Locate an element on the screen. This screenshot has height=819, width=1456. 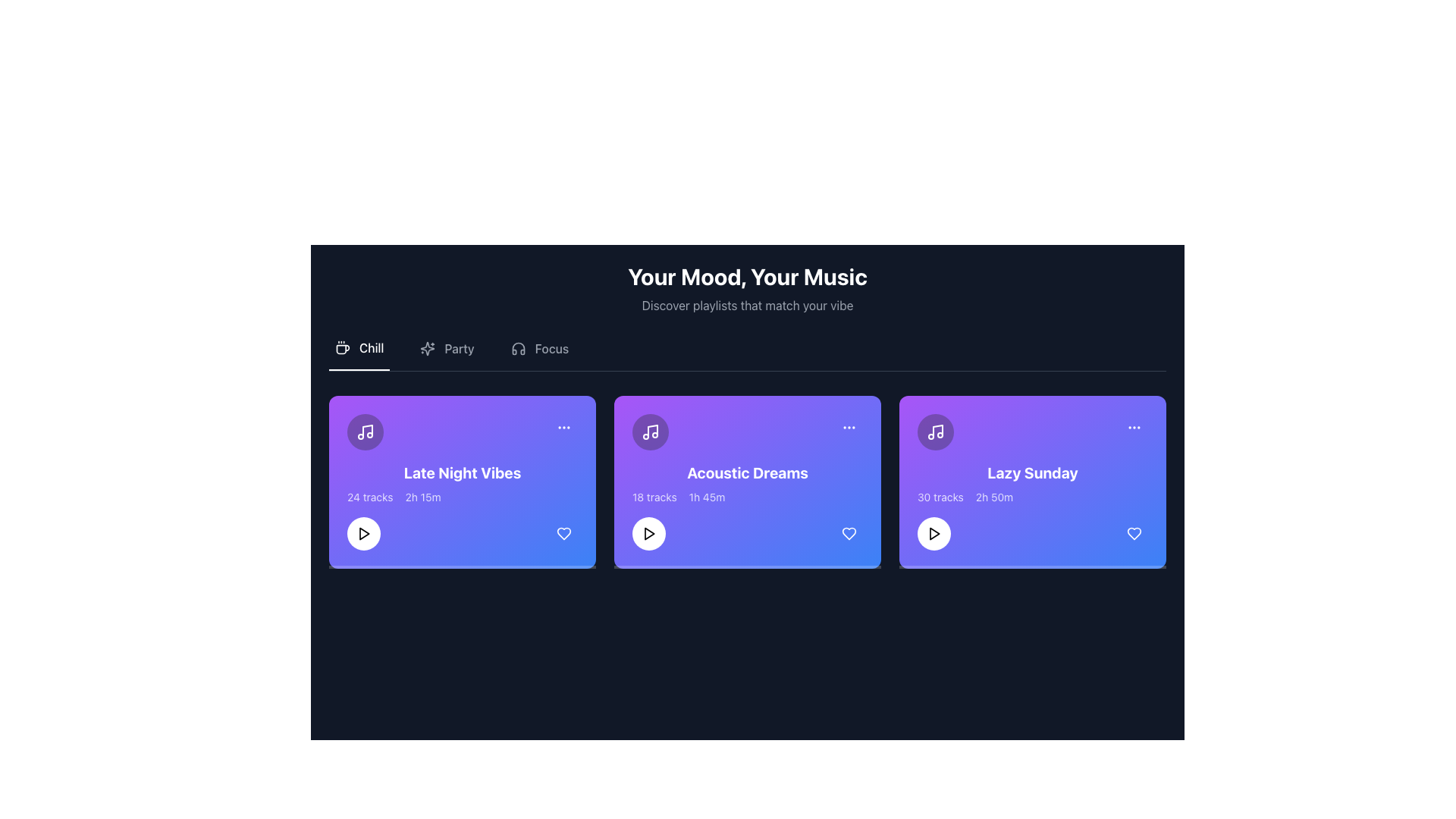
the heart button located at the bottom-right corner of the 'Lazy Sunday' box to mark the item as favorite is located at coordinates (1134, 533).